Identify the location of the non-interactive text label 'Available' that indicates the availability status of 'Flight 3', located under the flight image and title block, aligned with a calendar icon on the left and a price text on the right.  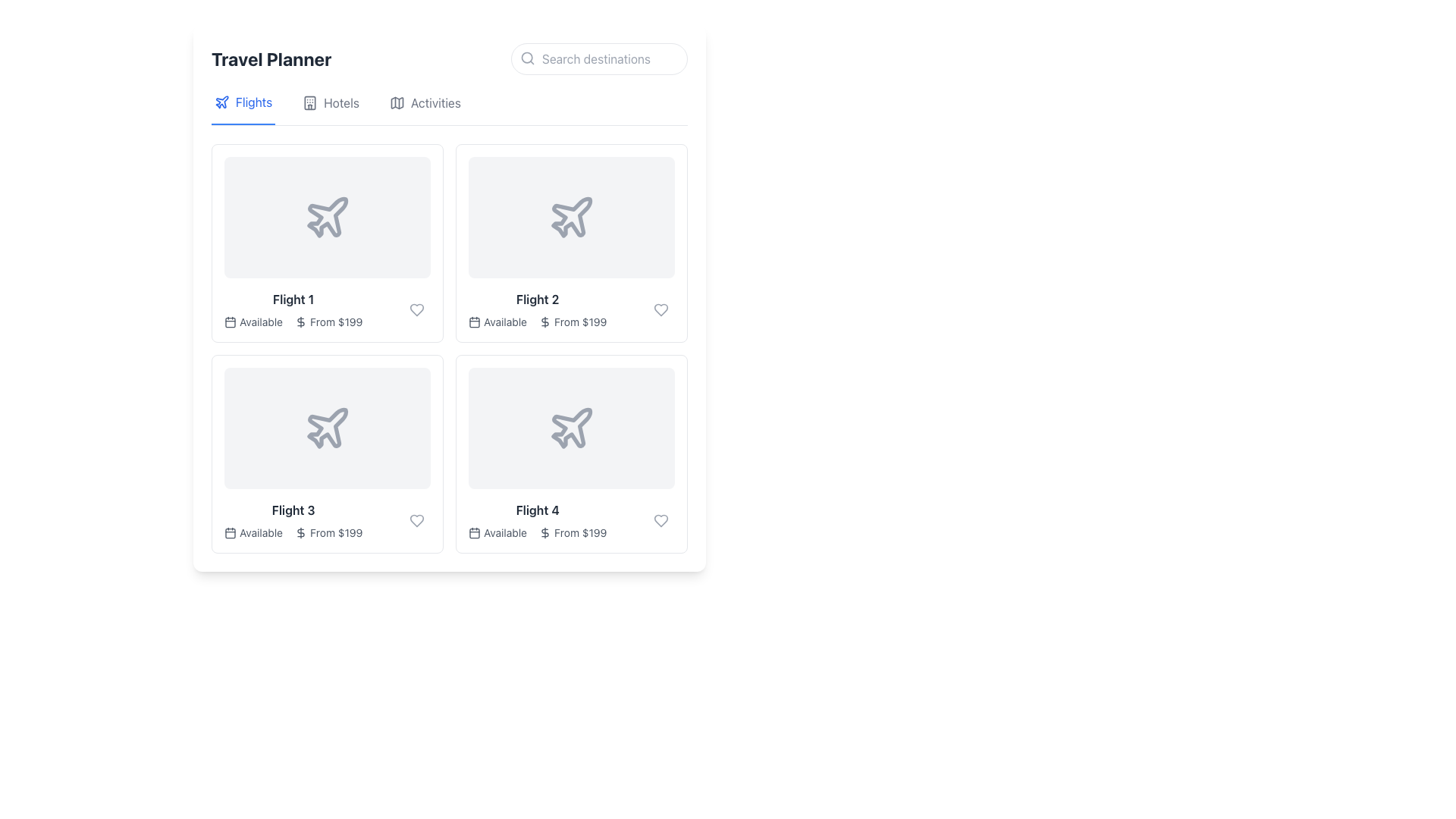
(261, 532).